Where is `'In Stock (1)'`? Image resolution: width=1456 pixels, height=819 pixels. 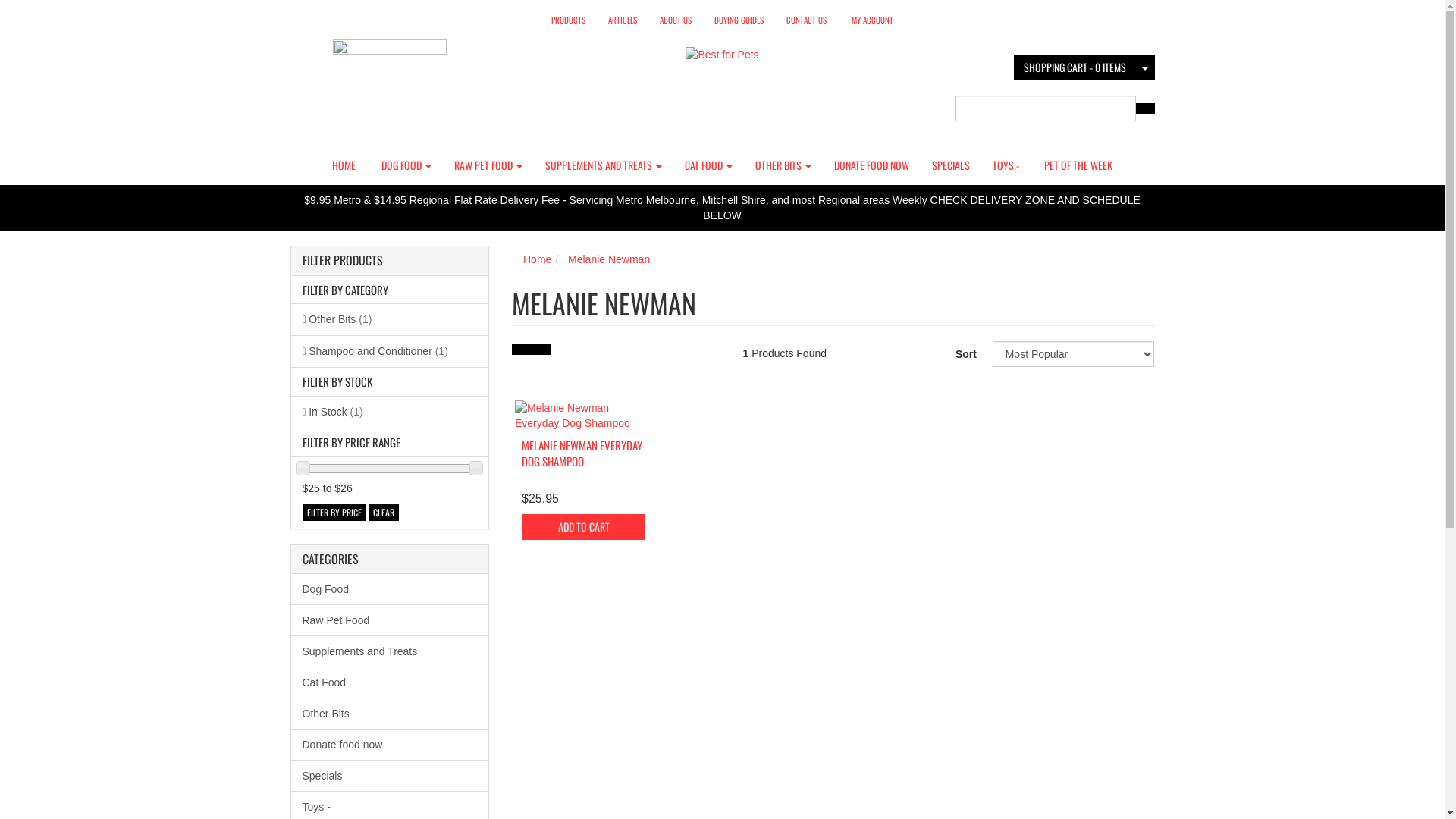
'In Stock (1)' is located at coordinates (390, 412).